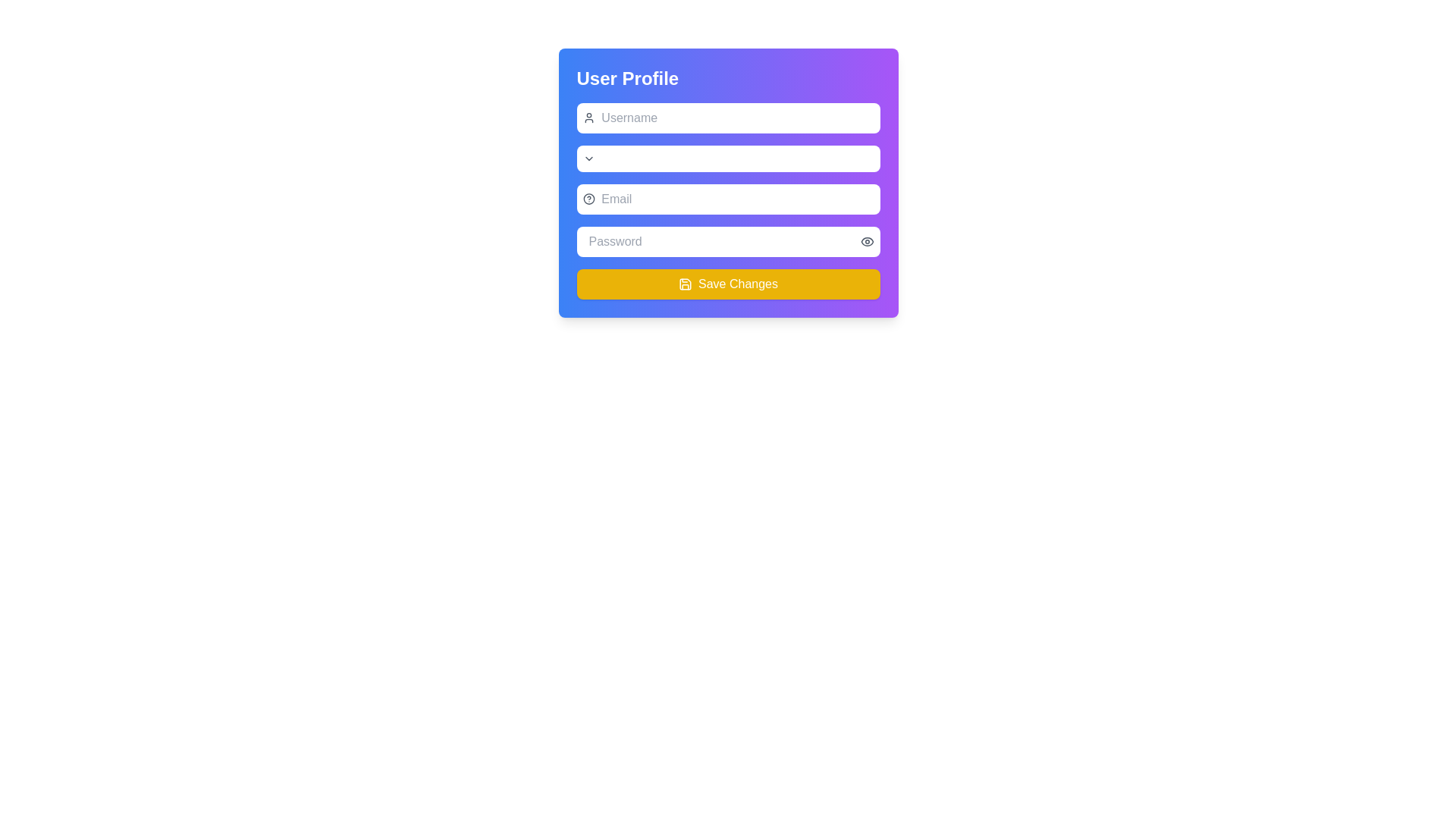  I want to click on the circular gray icon containing a question mark, which is located to the left of the email input field, so click(588, 198).